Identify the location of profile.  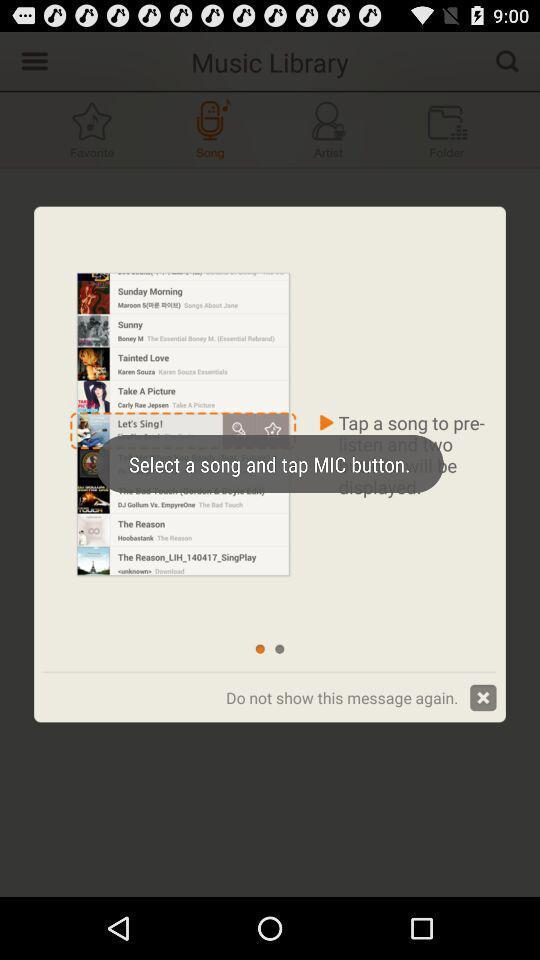
(328, 128).